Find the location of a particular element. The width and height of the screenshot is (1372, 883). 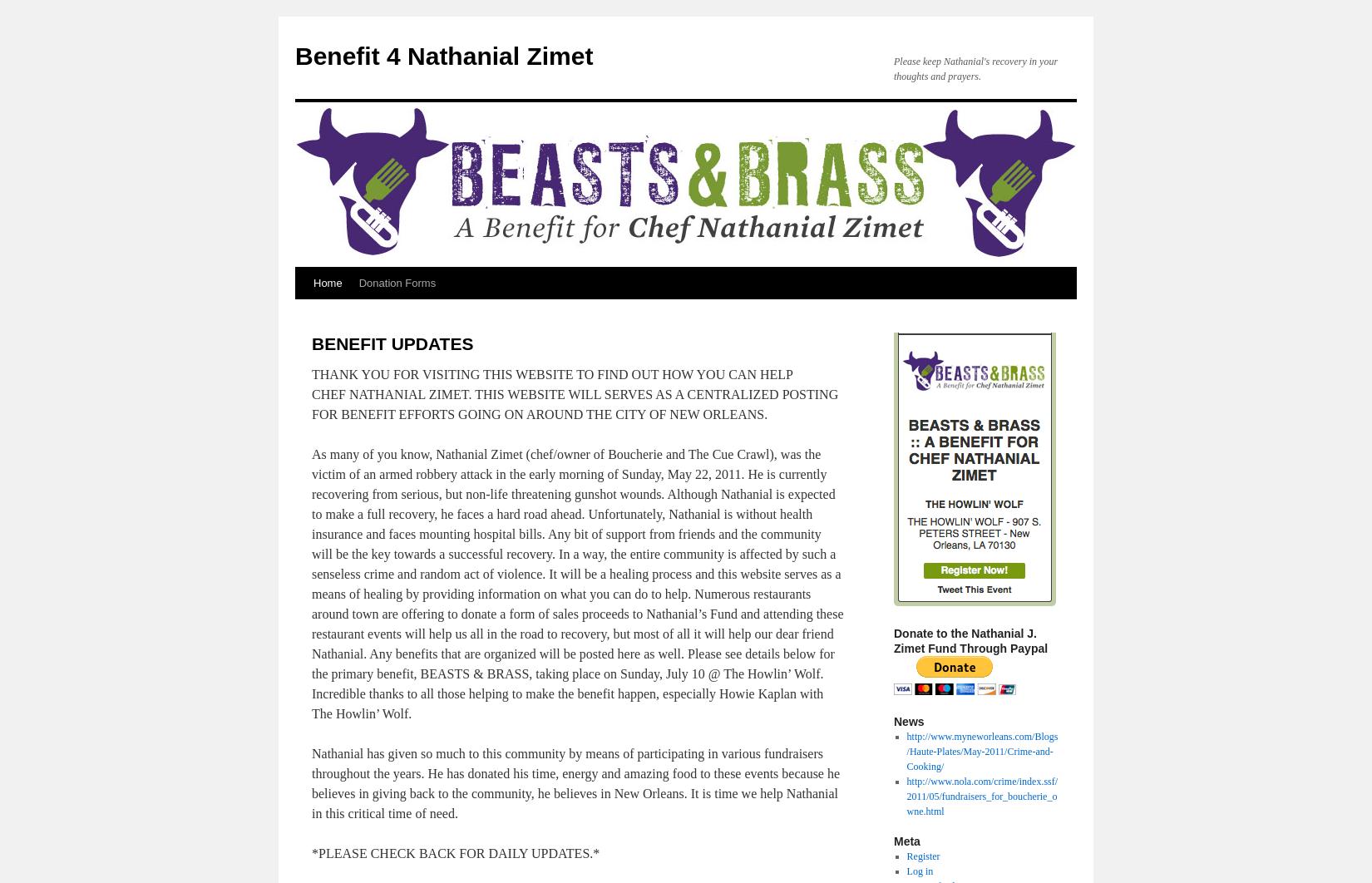

'http://www.myneworleans.com/Blogs/Haute-Plates/May-2011/Crime-and-Cooking/' is located at coordinates (906, 750).